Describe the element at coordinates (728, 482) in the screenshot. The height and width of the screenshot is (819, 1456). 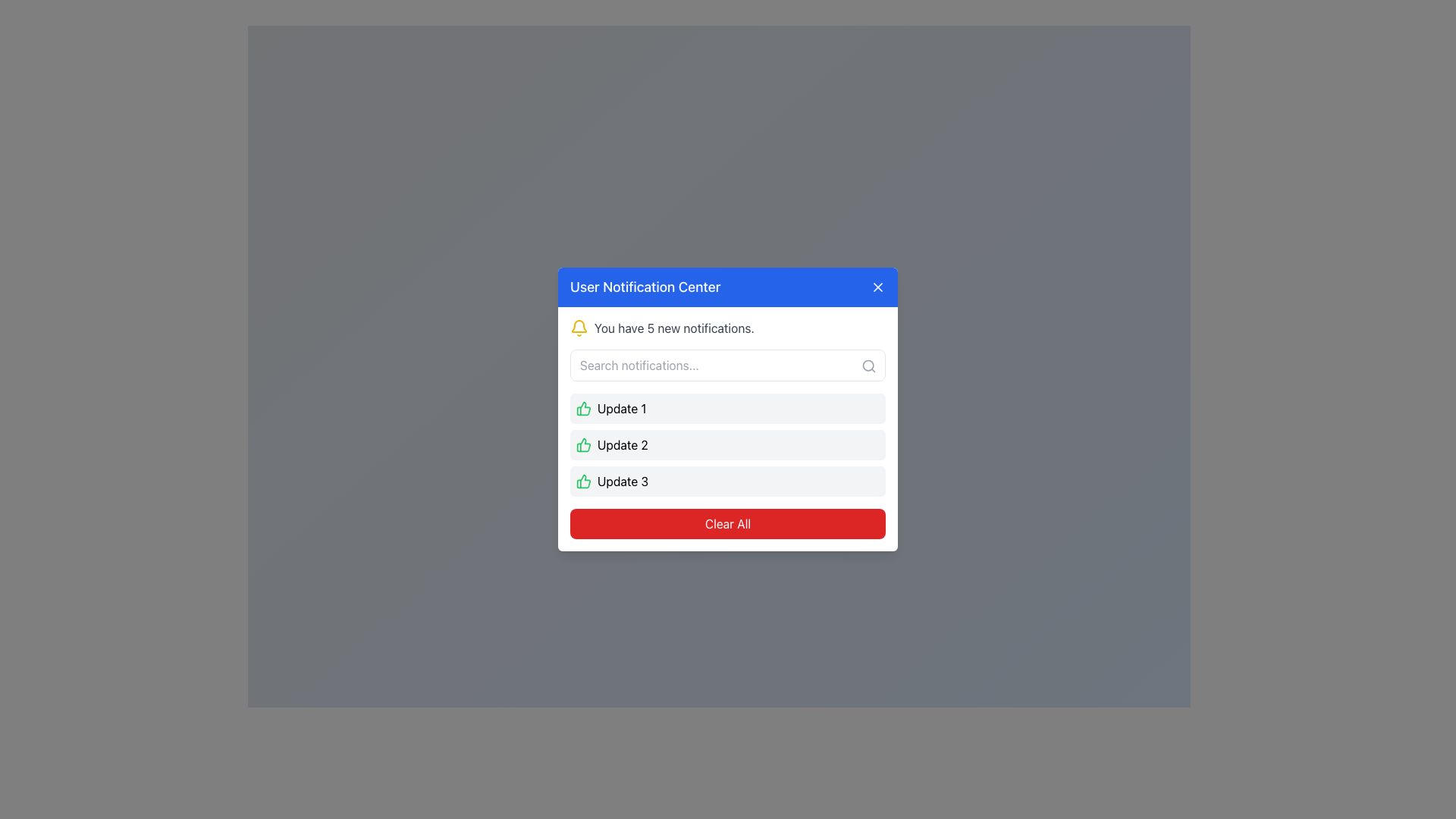
I see `the third list item labeled 'Update 3'` at that location.